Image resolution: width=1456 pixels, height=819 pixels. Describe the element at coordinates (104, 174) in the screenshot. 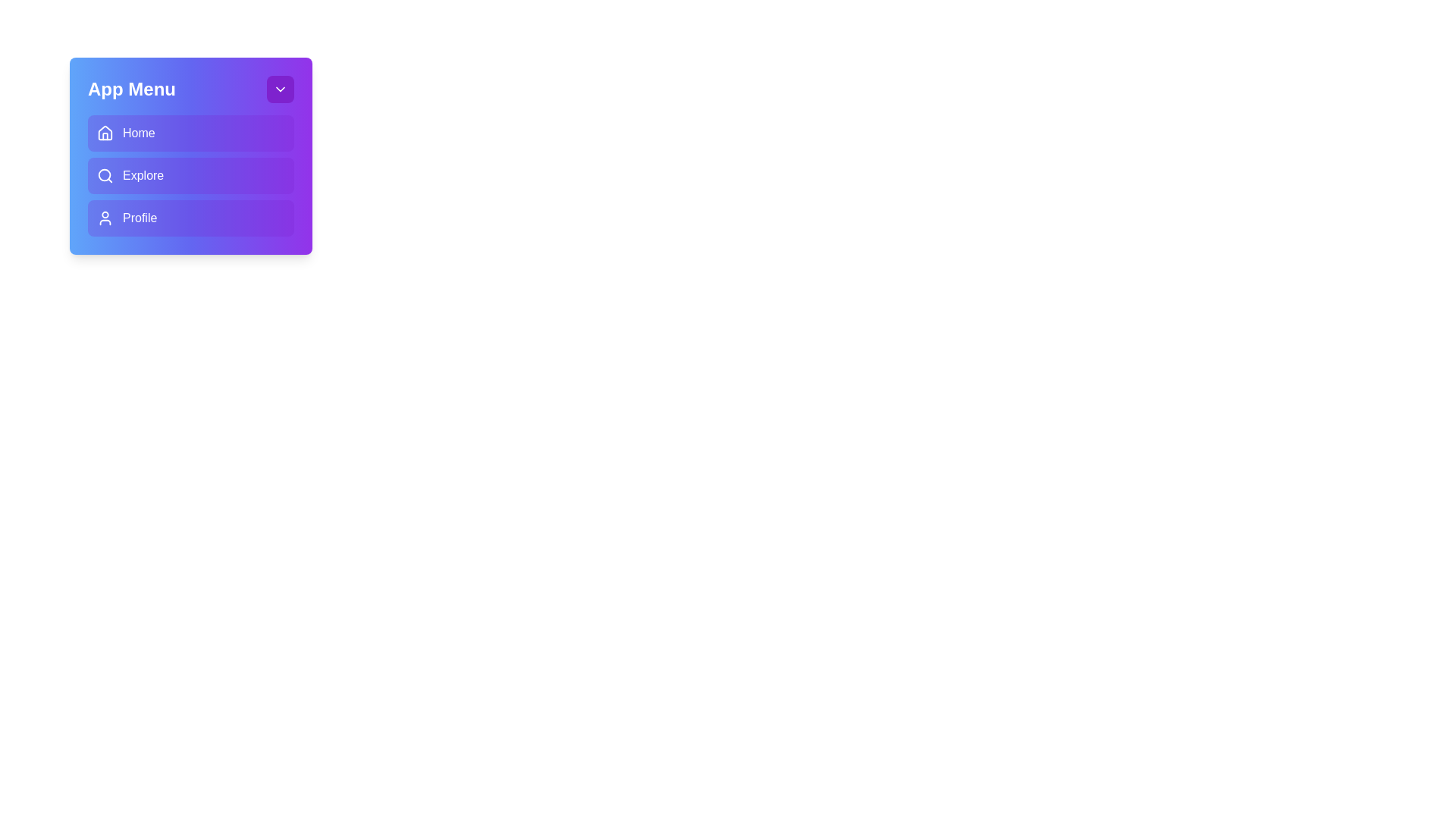

I see `the inner circular part of the search icon, which represents the lens area of the magnifying glass` at that location.